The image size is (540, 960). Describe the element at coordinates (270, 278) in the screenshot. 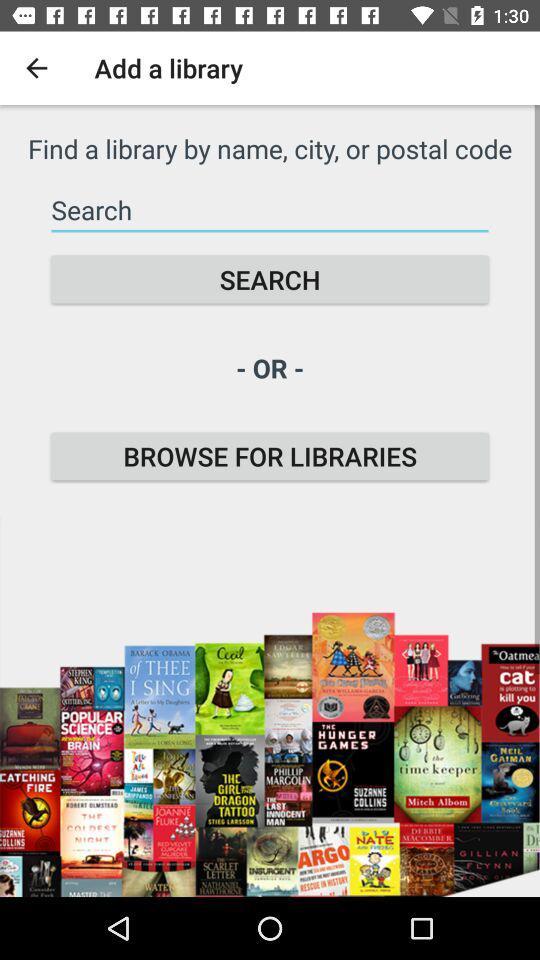

I see `the icon above the - or - icon` at that location.